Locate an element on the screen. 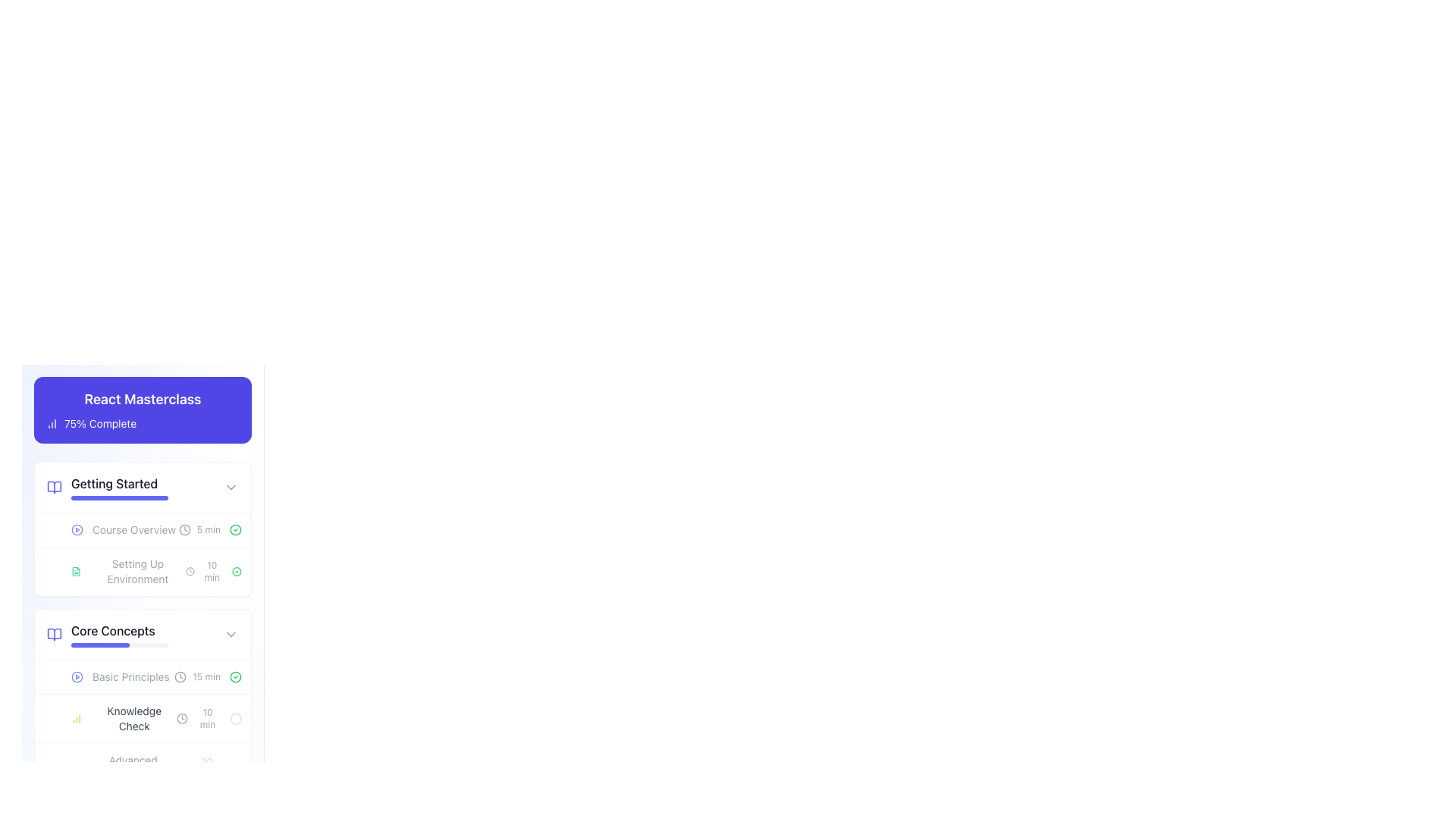  the completion icon located to the right of the '15 min' text, which indicates a completed task in a to-do list is located at coordinates (235, 676).